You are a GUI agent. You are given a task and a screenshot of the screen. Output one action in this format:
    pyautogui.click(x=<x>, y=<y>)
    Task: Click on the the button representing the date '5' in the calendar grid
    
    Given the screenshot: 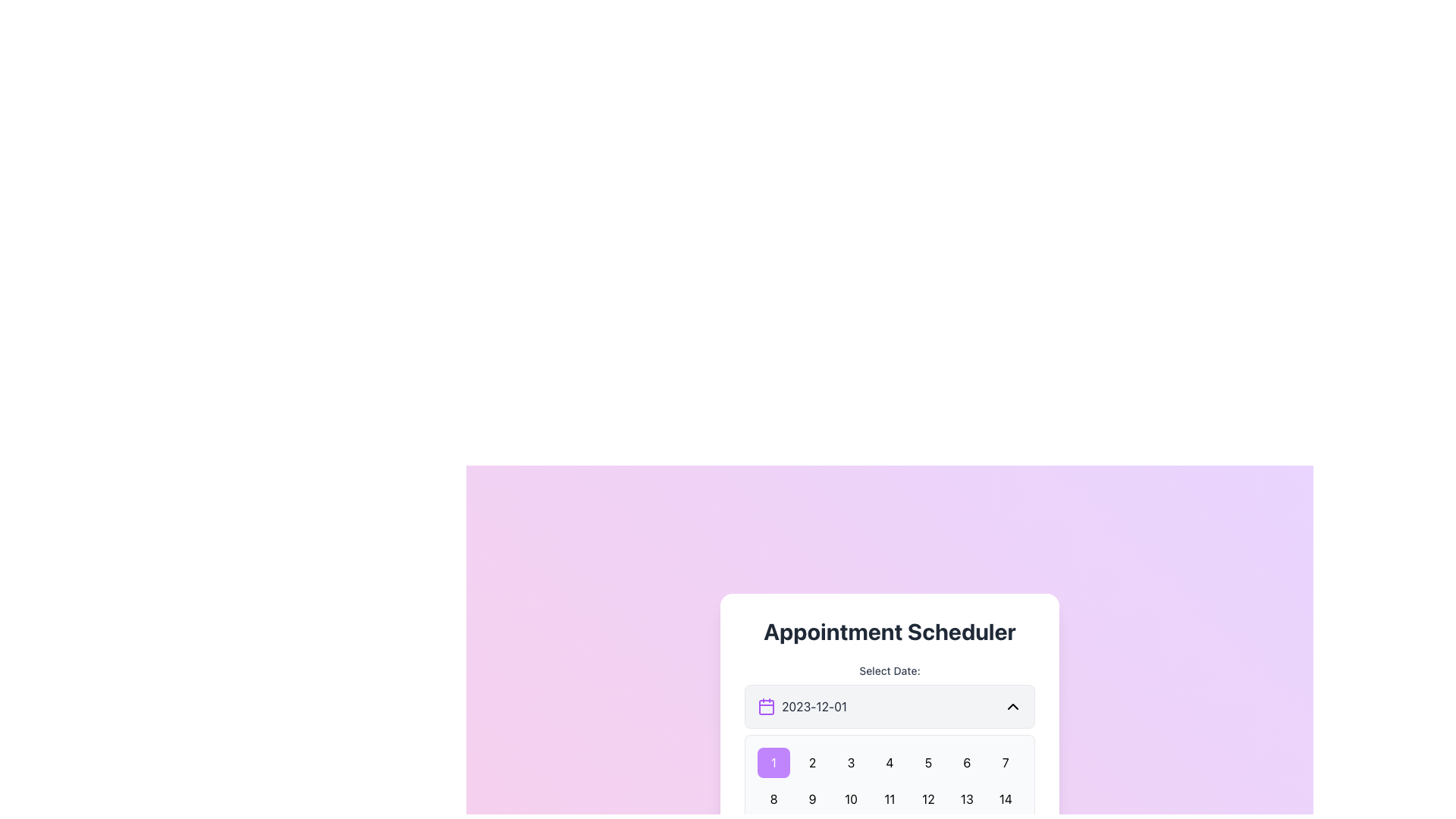 What is the action you would take?
    pyautogui.click(x=927, y=763)
    